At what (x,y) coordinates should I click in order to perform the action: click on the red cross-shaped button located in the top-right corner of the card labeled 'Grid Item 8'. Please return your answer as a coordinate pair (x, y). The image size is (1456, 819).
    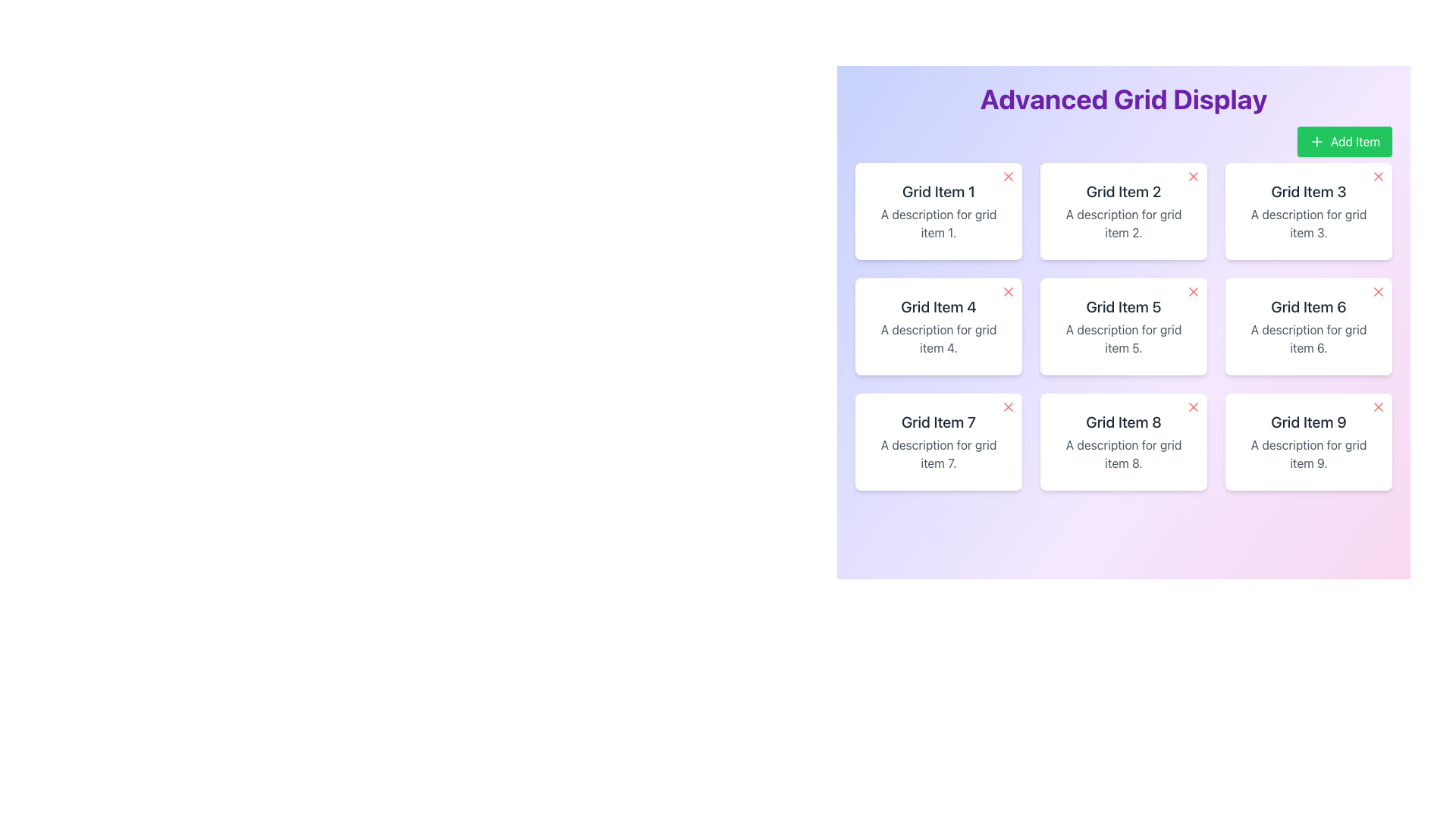
    Looking at the image, I should click on (1193, 406).